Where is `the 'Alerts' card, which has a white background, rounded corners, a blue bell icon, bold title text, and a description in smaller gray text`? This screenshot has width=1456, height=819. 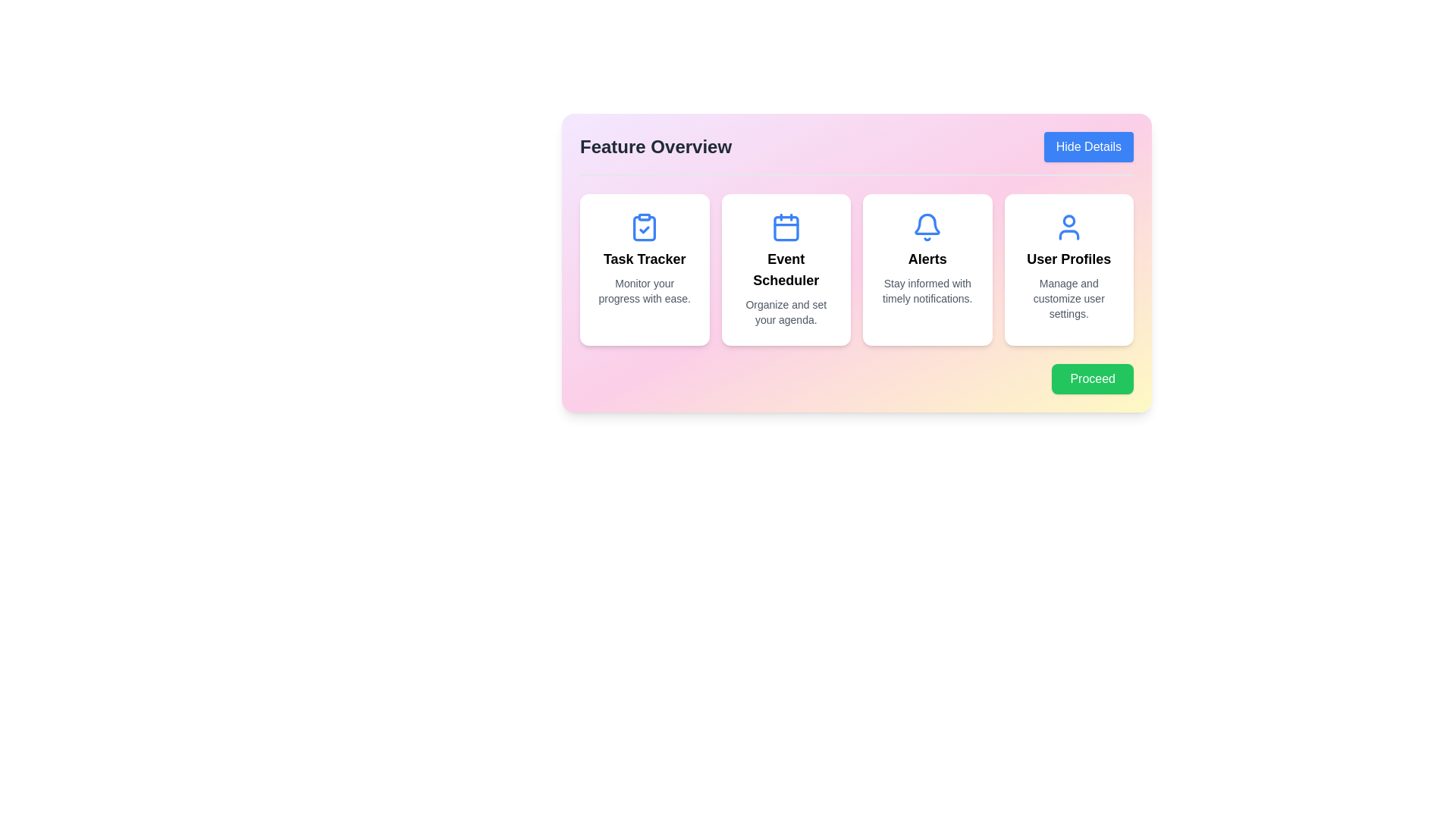
the 'Alerts' card, which has a white background, rounded corners, a blue bell icon, bold title text, and a description in smaller gray text is located at coordinates (927, 268).